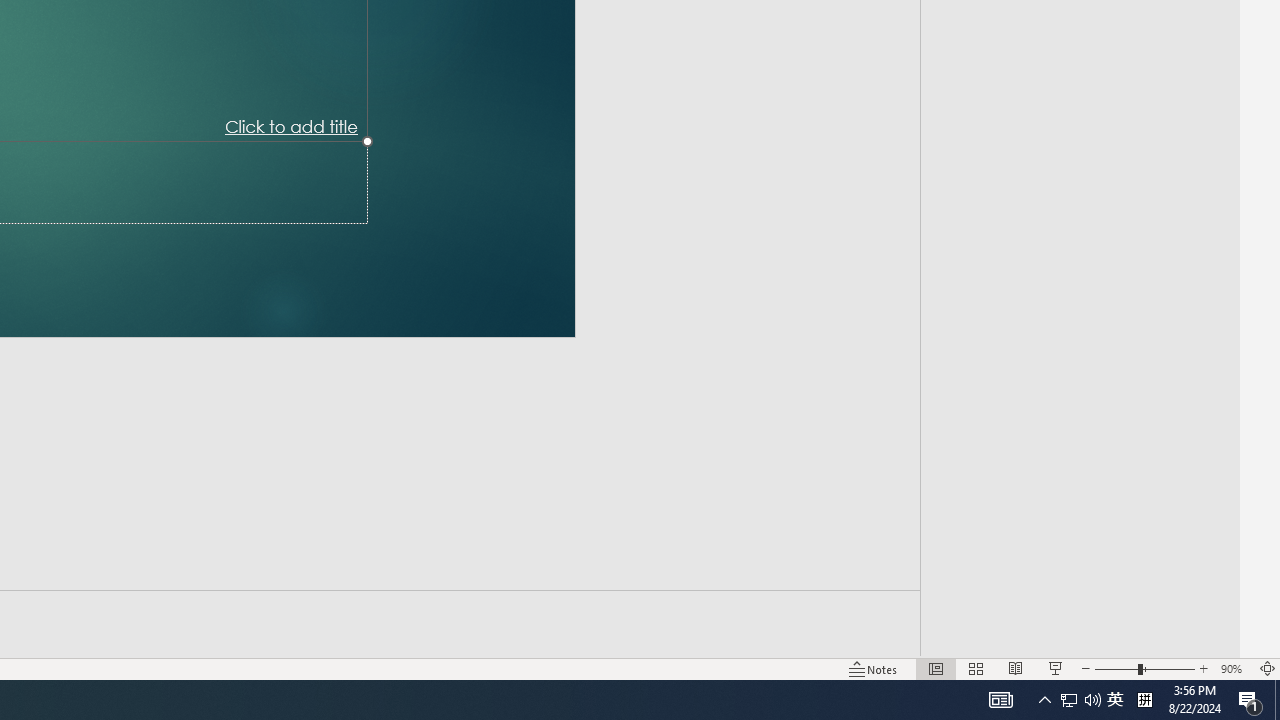 The height and width of the screenshot is (720, 1280). I want to click on 'Zoom 90%', so click(1233, 669).